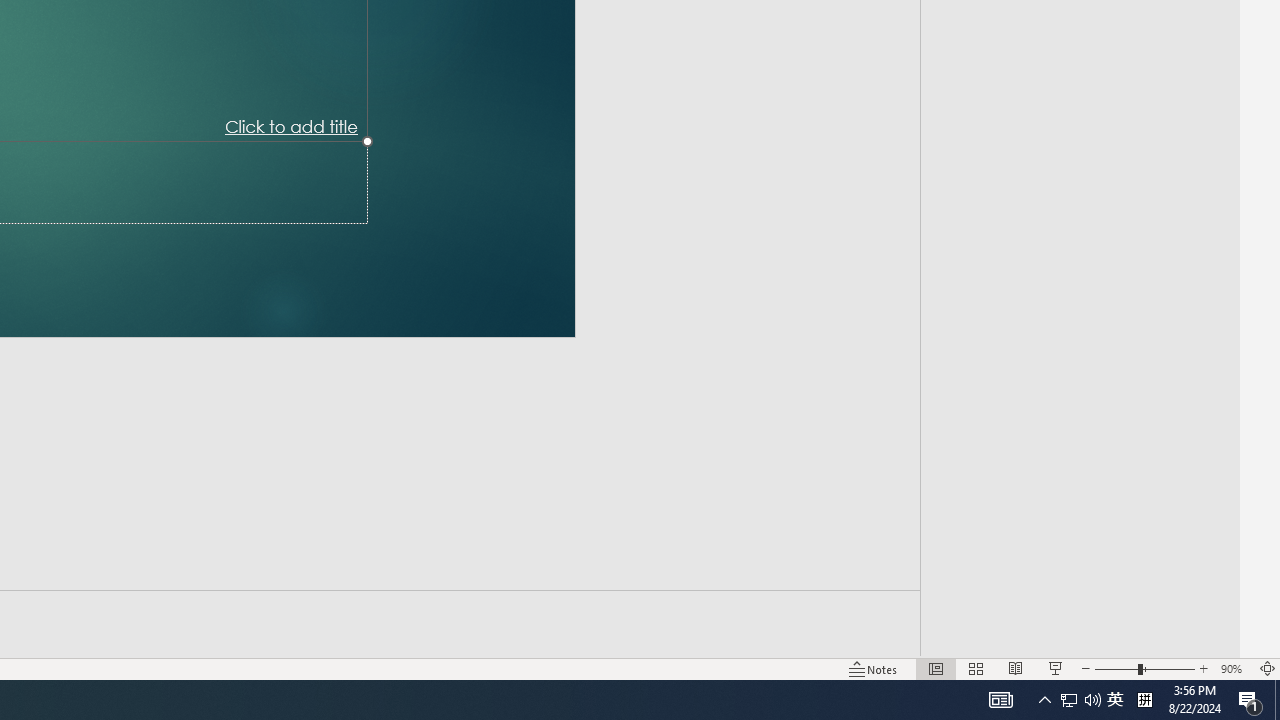 The height and width of the screenshot is (720, 1280). I want to click on 'Zoom 90%', so click(1233, 669).